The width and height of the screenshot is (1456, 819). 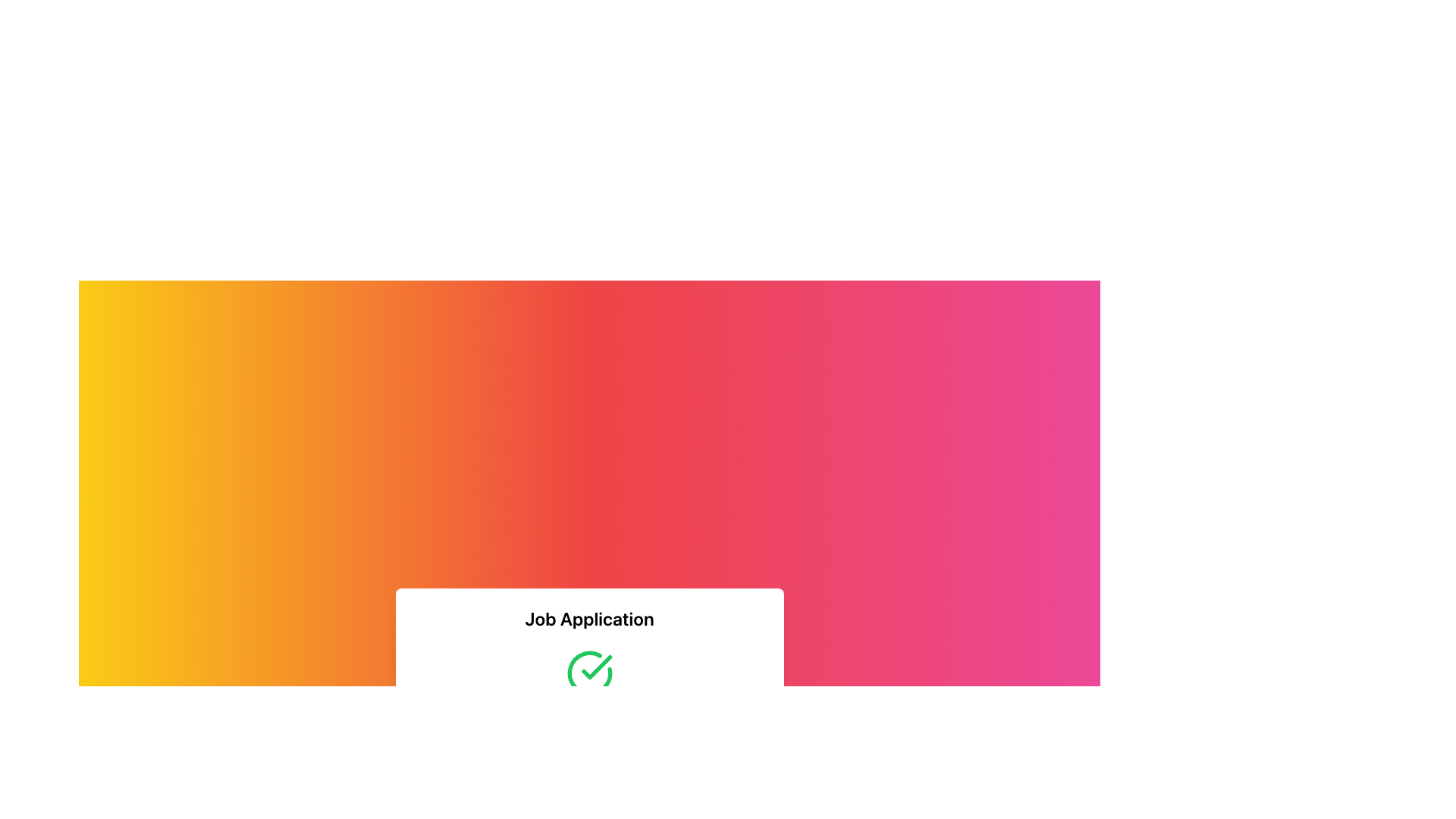 What do you see at coordinates (595, 666) in the screenshot?
I see `the checkmark icon indicating task completion, which is located within a circular icon below the 'Job Application' text` at bounding box center [595, 666].